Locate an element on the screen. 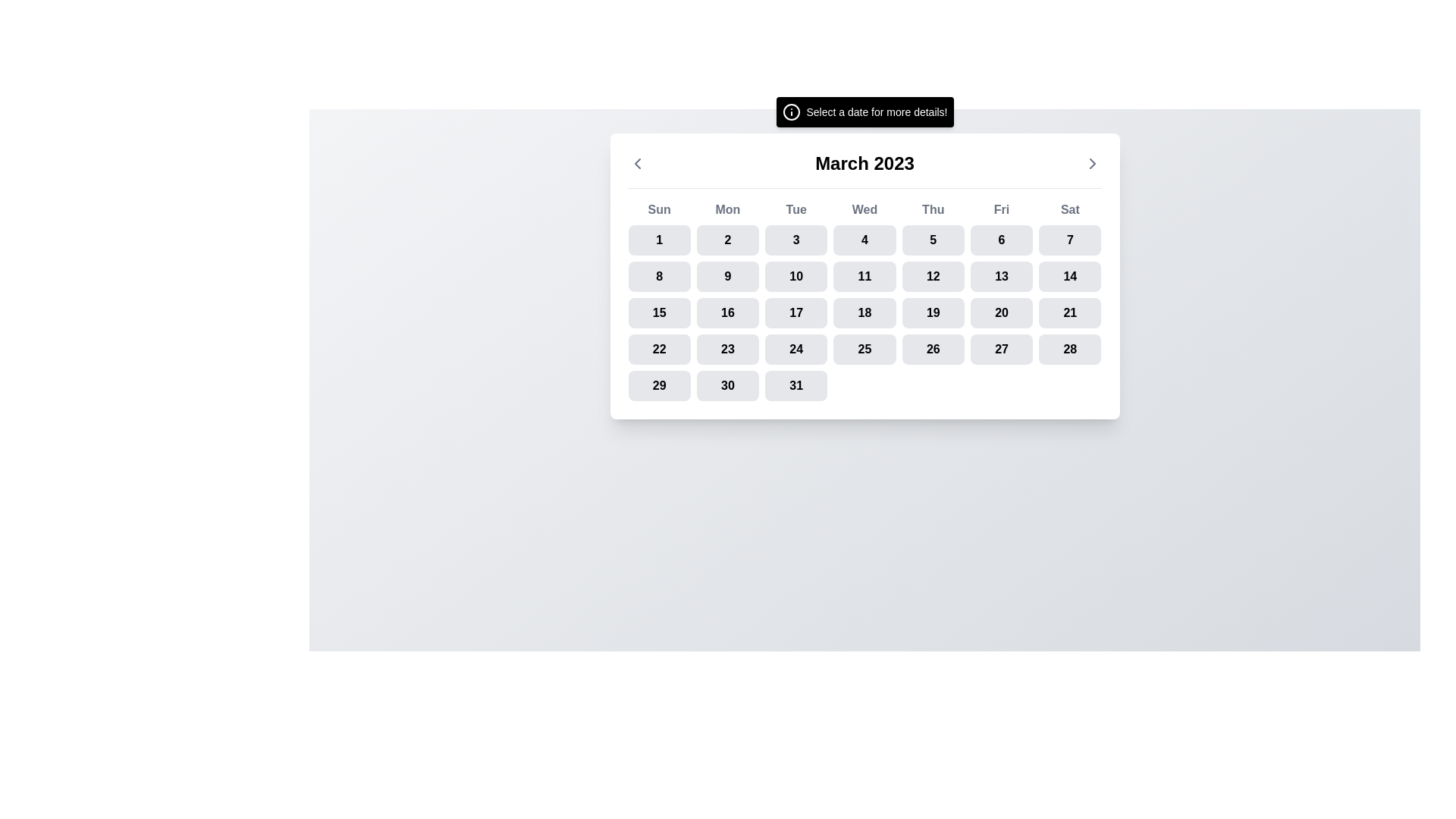 The image size is (1456, 819). the Text Label (Header) that displays the current month is located at coordinates (864, 164).